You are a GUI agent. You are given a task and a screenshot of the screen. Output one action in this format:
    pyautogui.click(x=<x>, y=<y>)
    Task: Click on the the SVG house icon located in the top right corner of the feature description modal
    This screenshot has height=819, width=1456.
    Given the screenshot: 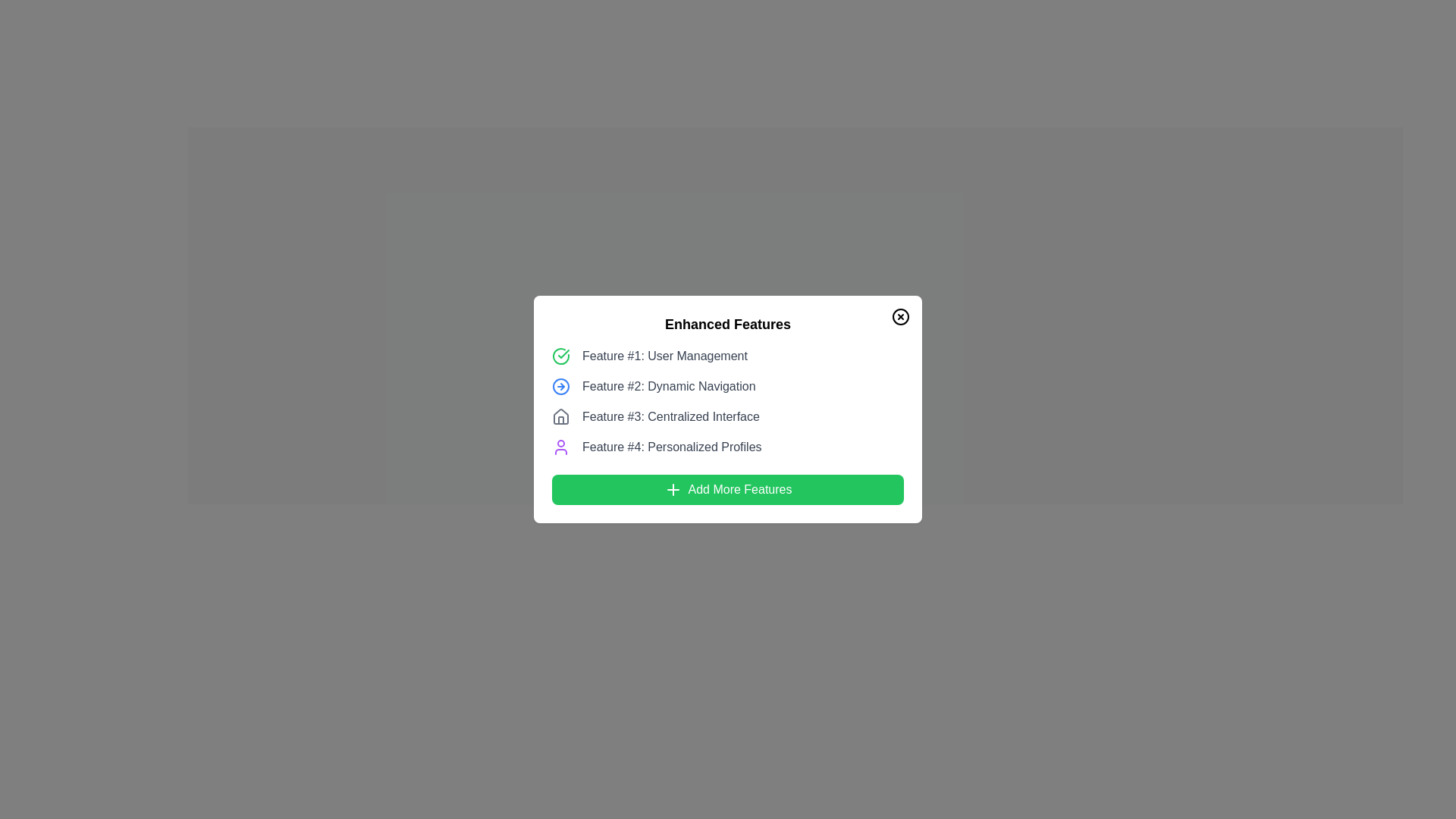 What is the action you would take?
    pyautogui.click(x=560, y=416)
    